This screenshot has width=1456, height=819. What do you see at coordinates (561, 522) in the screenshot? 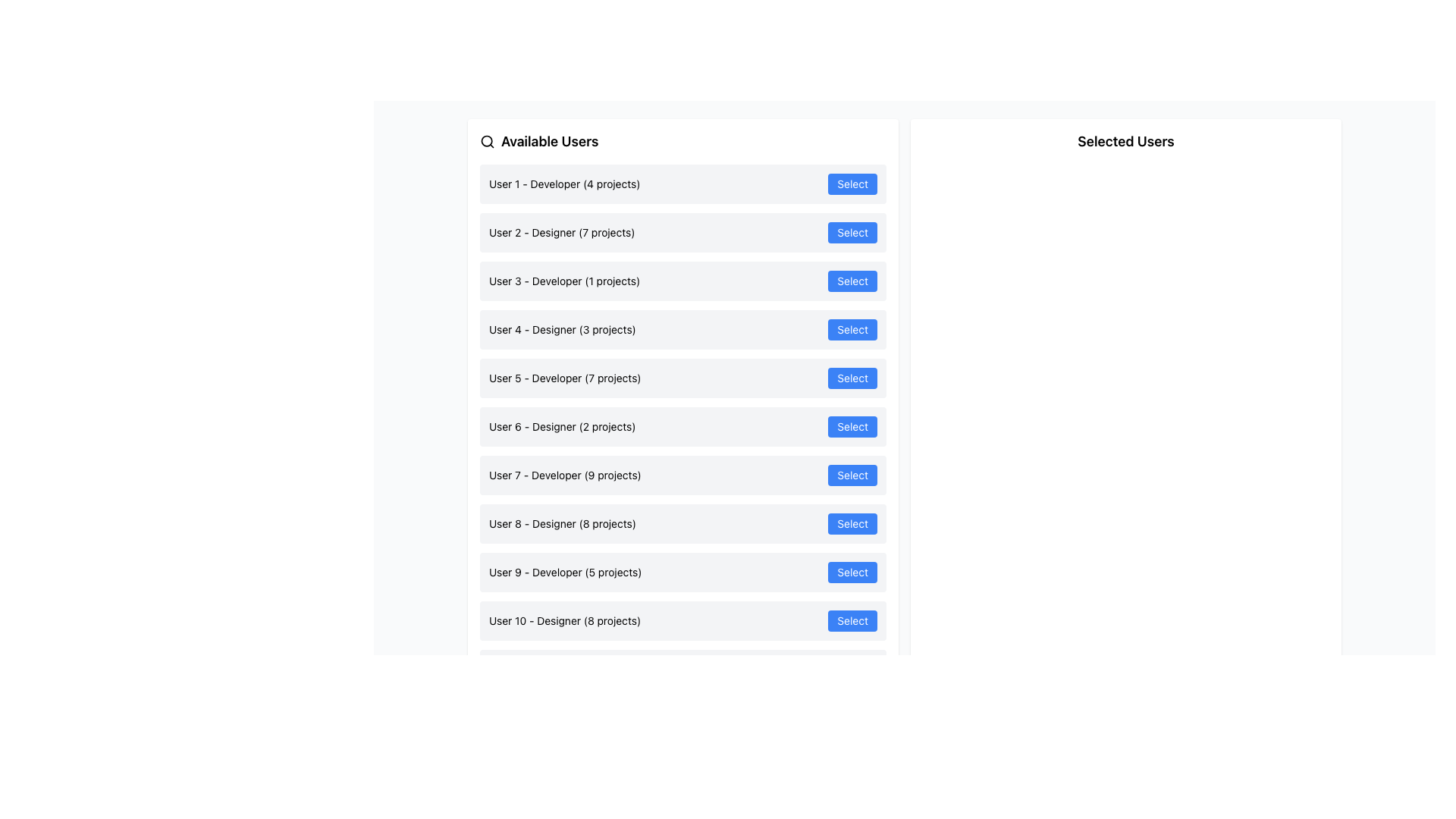
I see `the text label displaying 'User 8 - Designer (8 projects)' in the 'Available Users' section, which is styled in black on a light gray background and is located to the left of the 'Select' button` at bounding box center [561, 522].